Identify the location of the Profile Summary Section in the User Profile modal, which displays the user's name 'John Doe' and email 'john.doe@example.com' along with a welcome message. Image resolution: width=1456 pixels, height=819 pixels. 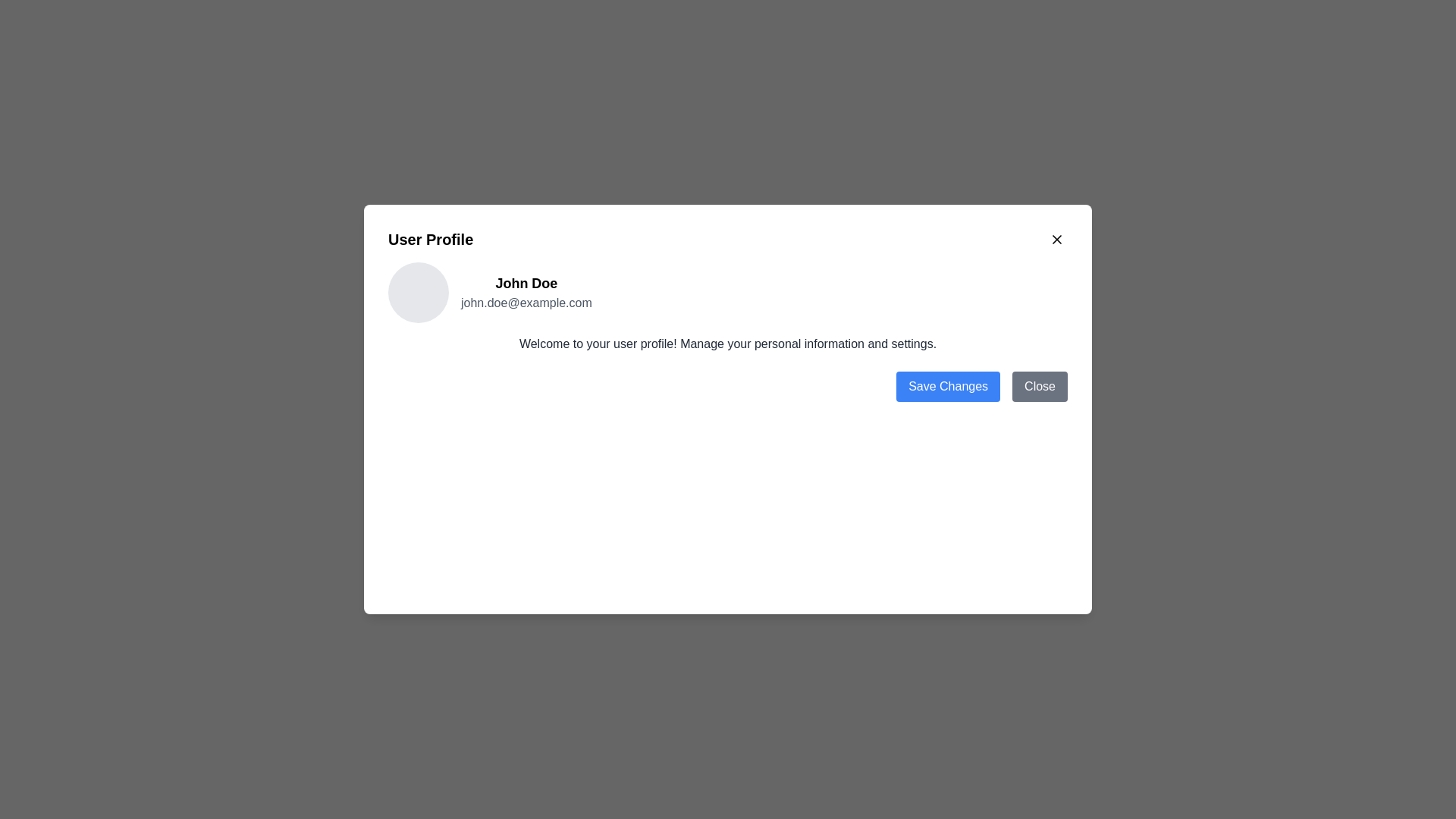
(728, 307).